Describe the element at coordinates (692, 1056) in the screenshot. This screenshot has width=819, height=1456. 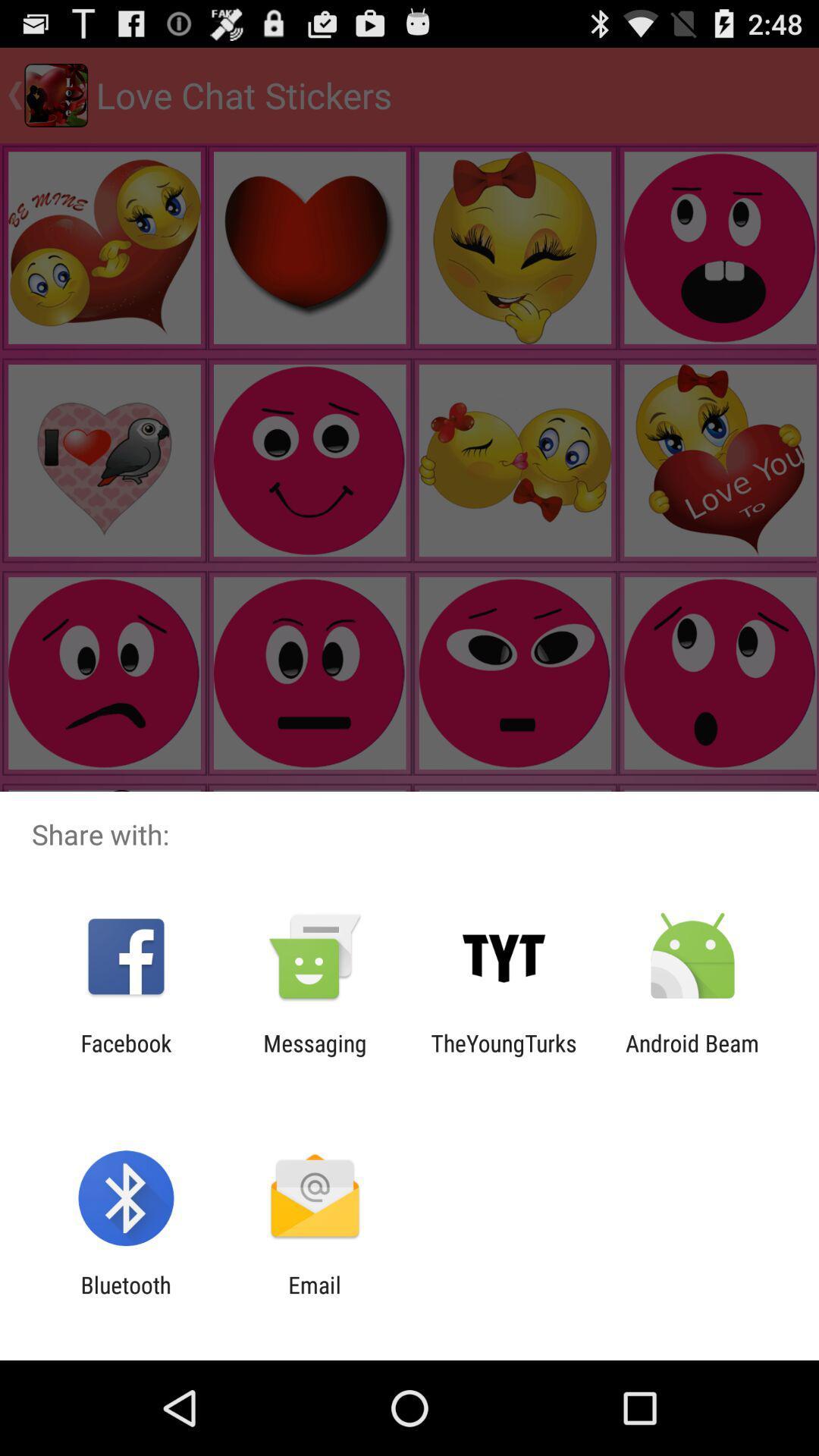
I see `the icon to the right of theyoungturks` at that location.